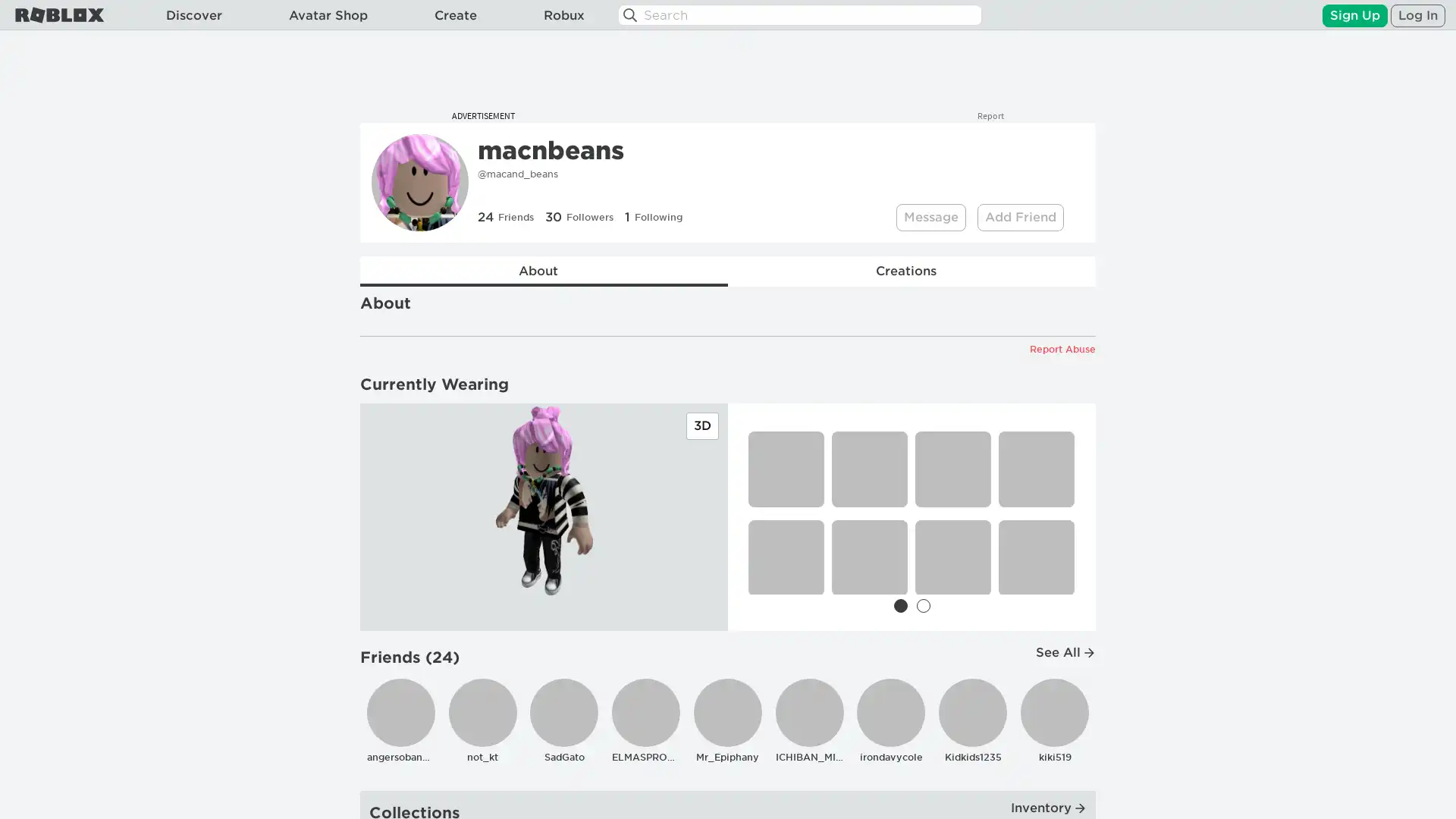 Image resolution: width=1456 pixels, height=819 pixels. Describe the element at coordinates (930, 217) in the screenshot. I see `Message` at that location.